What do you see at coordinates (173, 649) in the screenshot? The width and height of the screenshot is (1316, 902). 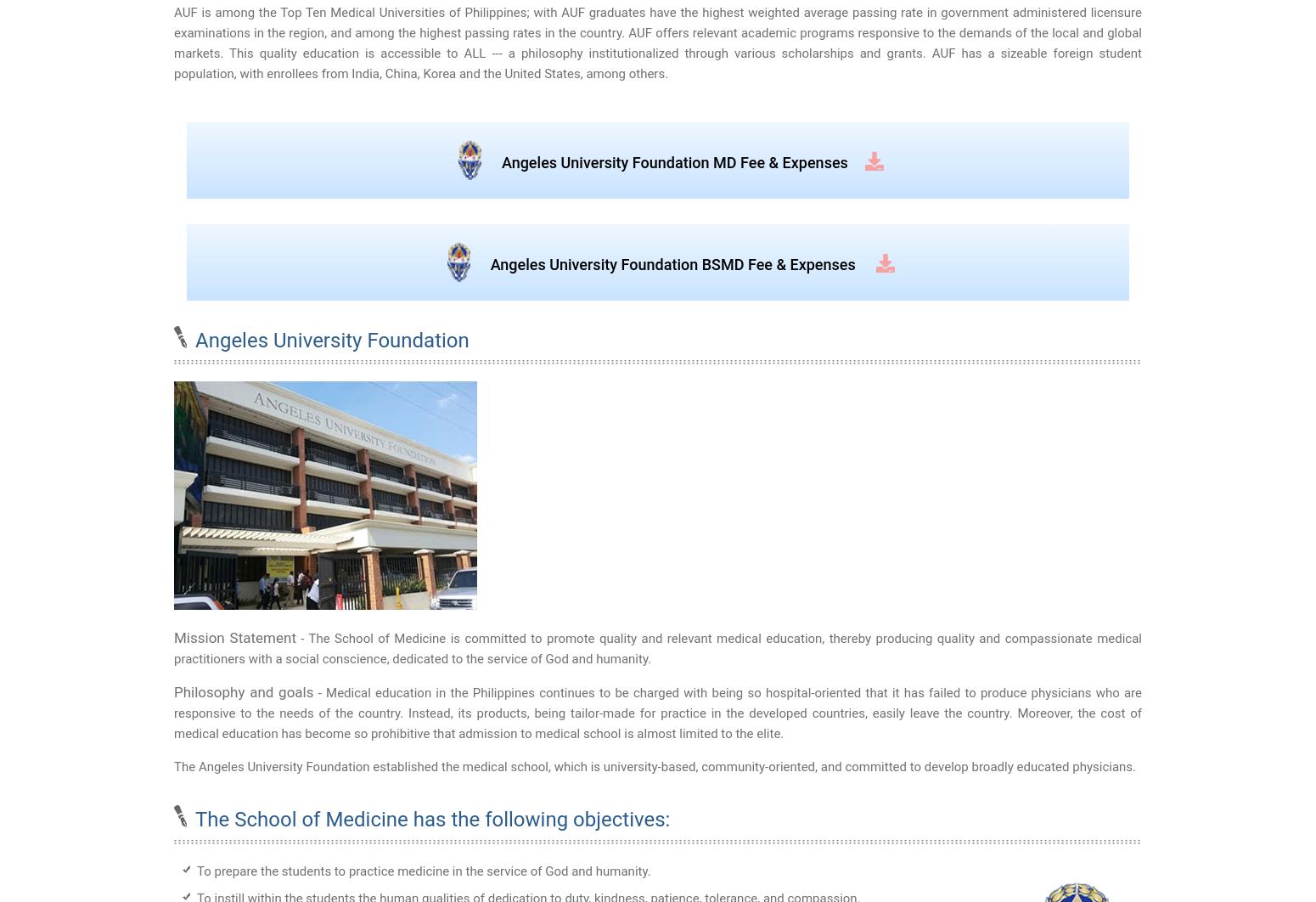 I see `'- The School of Medicine is committed to promote quality and relevant medical education, thereby producing quality and compassionate medical practitioners with a social conscience, dedicated to the service of God and humanity.'` at bounding box center [173, 649].